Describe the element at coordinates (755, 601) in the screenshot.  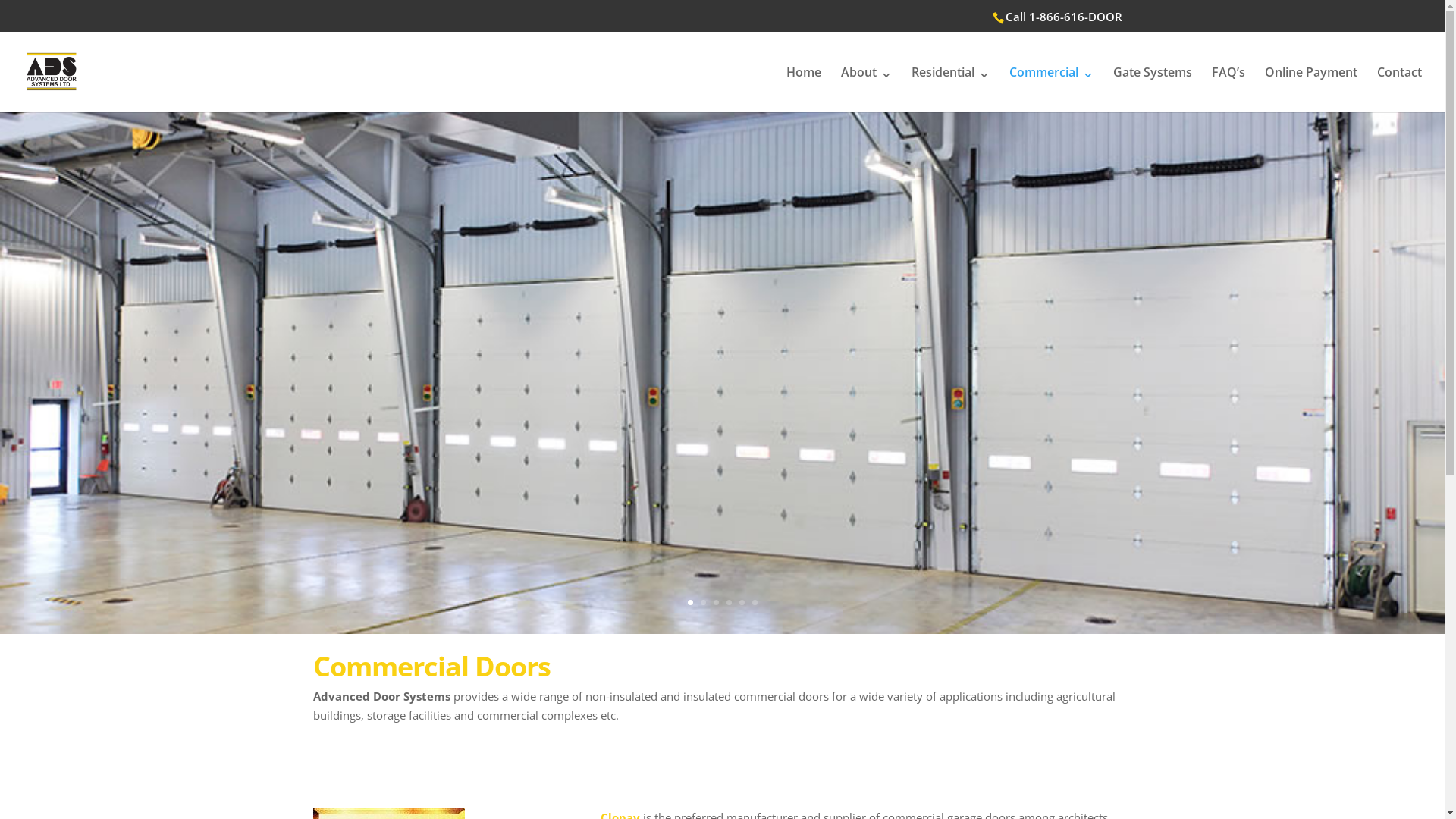
I see `'6'` at that location.